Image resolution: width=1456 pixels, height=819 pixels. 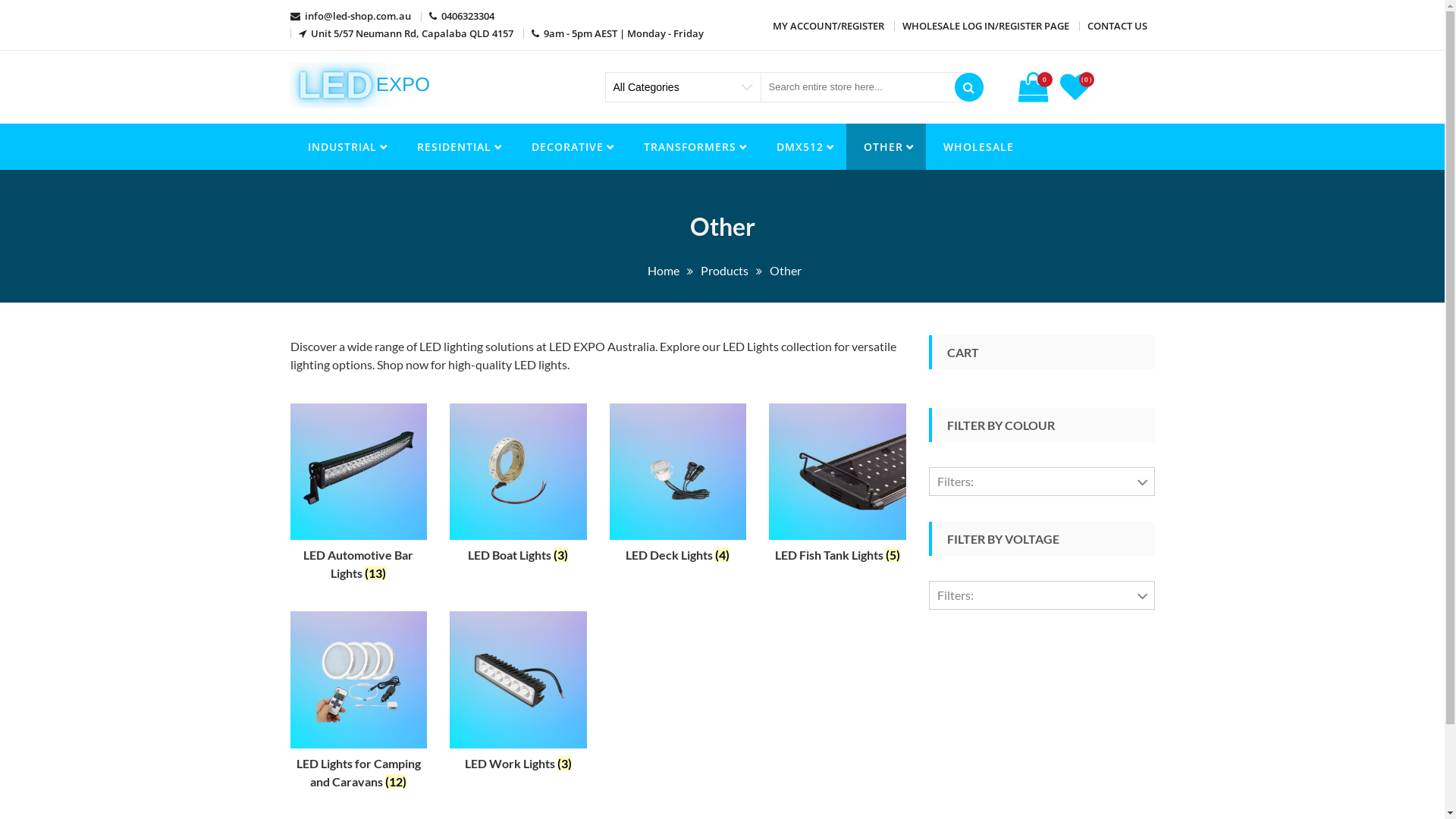 What do you see at coordinates (827, 26) in the screenshot?
I see `'MY ACCOUNT/REGISTER'` at bounding box center [827, 26].